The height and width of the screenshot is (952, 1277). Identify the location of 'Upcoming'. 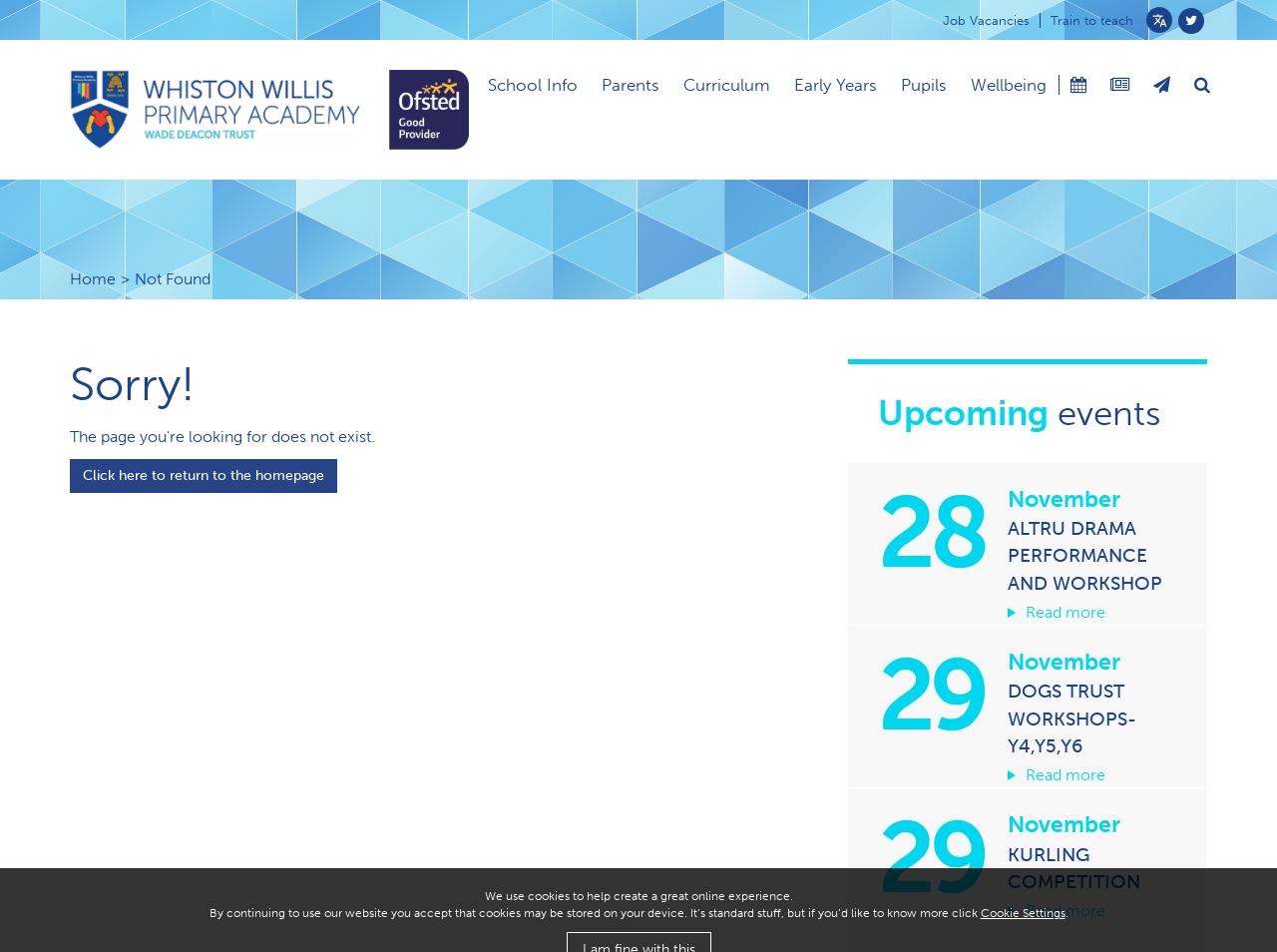
(963, 413).